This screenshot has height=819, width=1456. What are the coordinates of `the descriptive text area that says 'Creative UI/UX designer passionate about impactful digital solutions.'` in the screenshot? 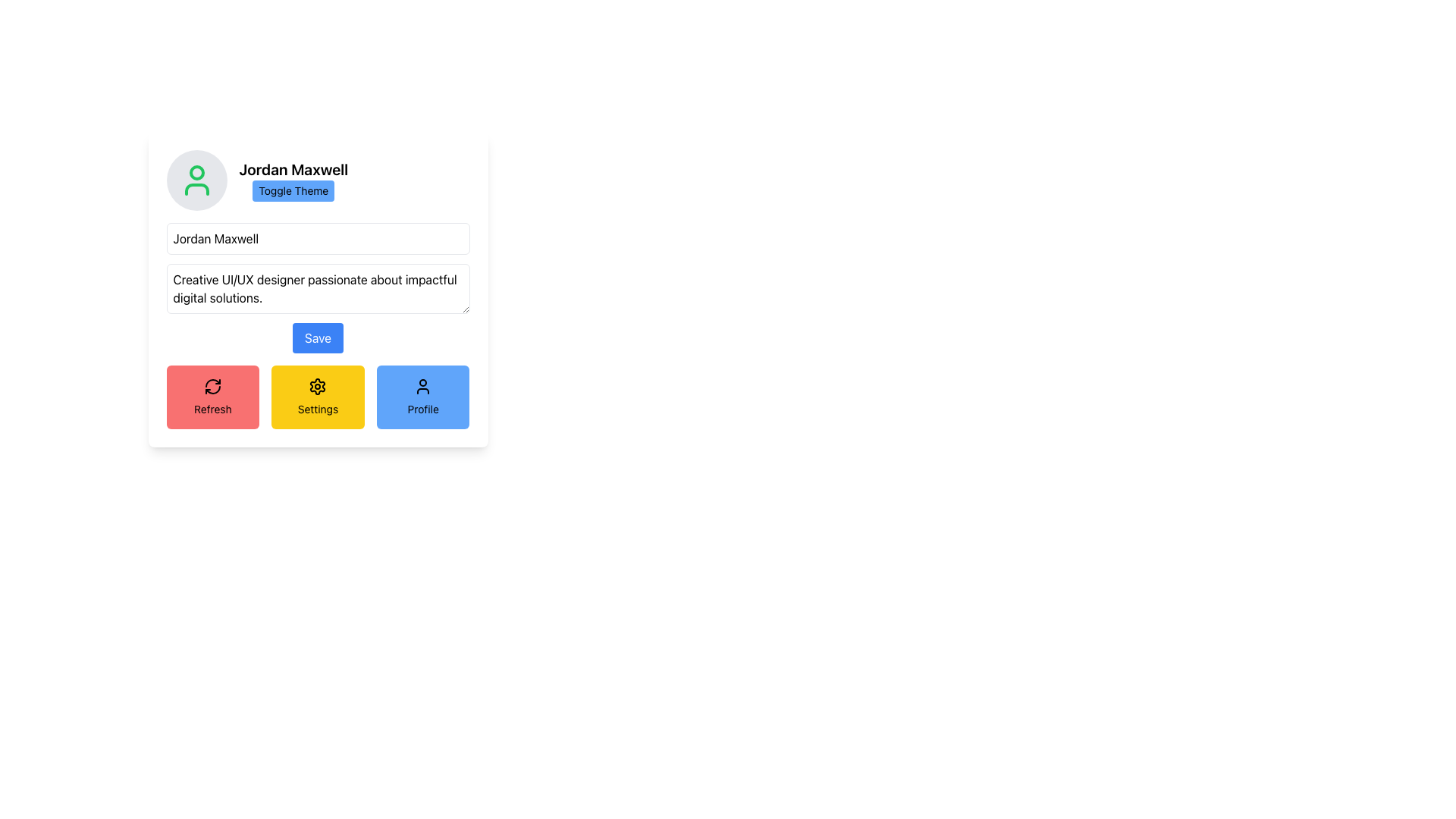 It's located at (317, 288).